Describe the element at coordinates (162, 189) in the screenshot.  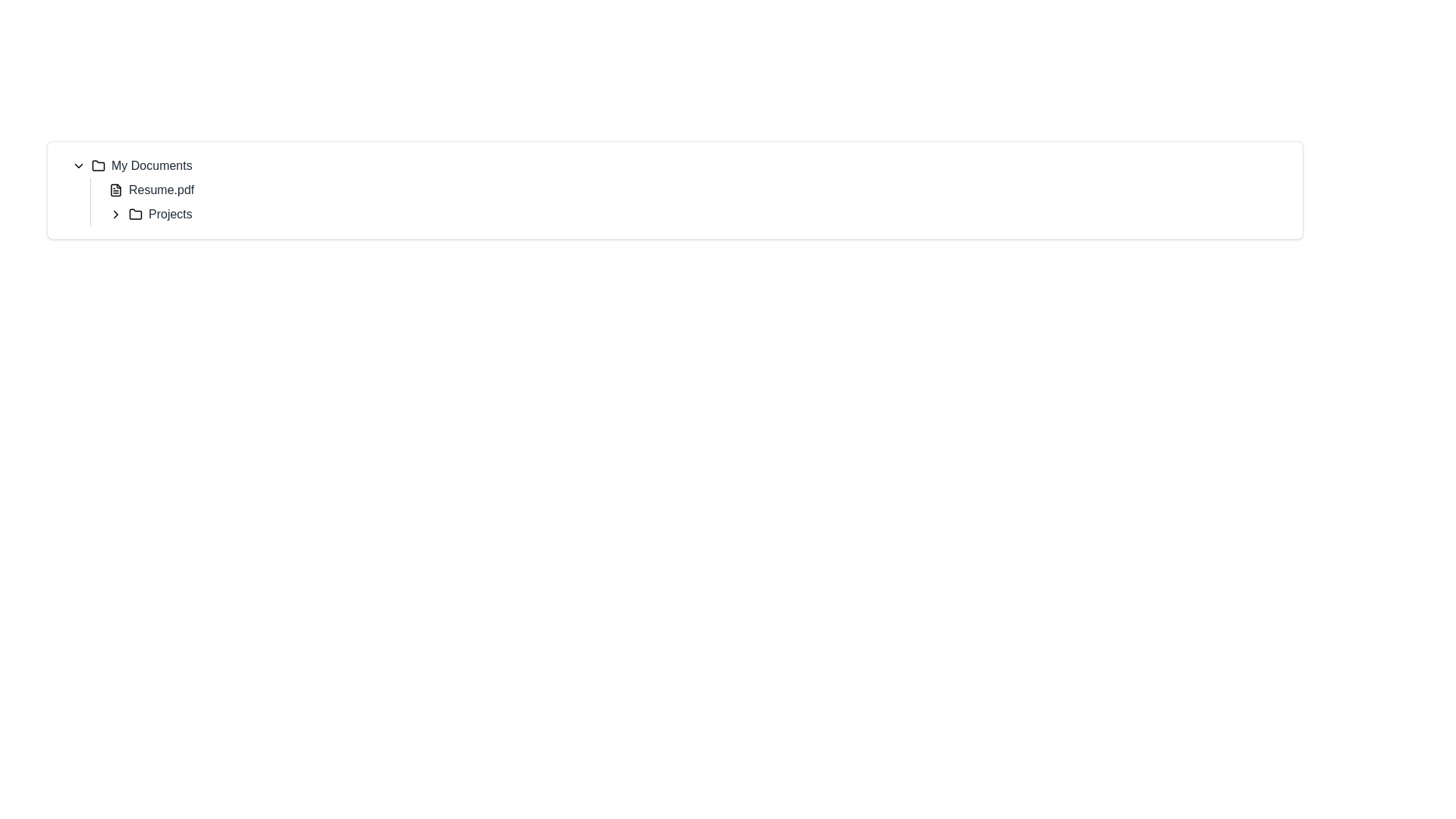
I see `the text label displaying 'Resume.pdf'` at that location.